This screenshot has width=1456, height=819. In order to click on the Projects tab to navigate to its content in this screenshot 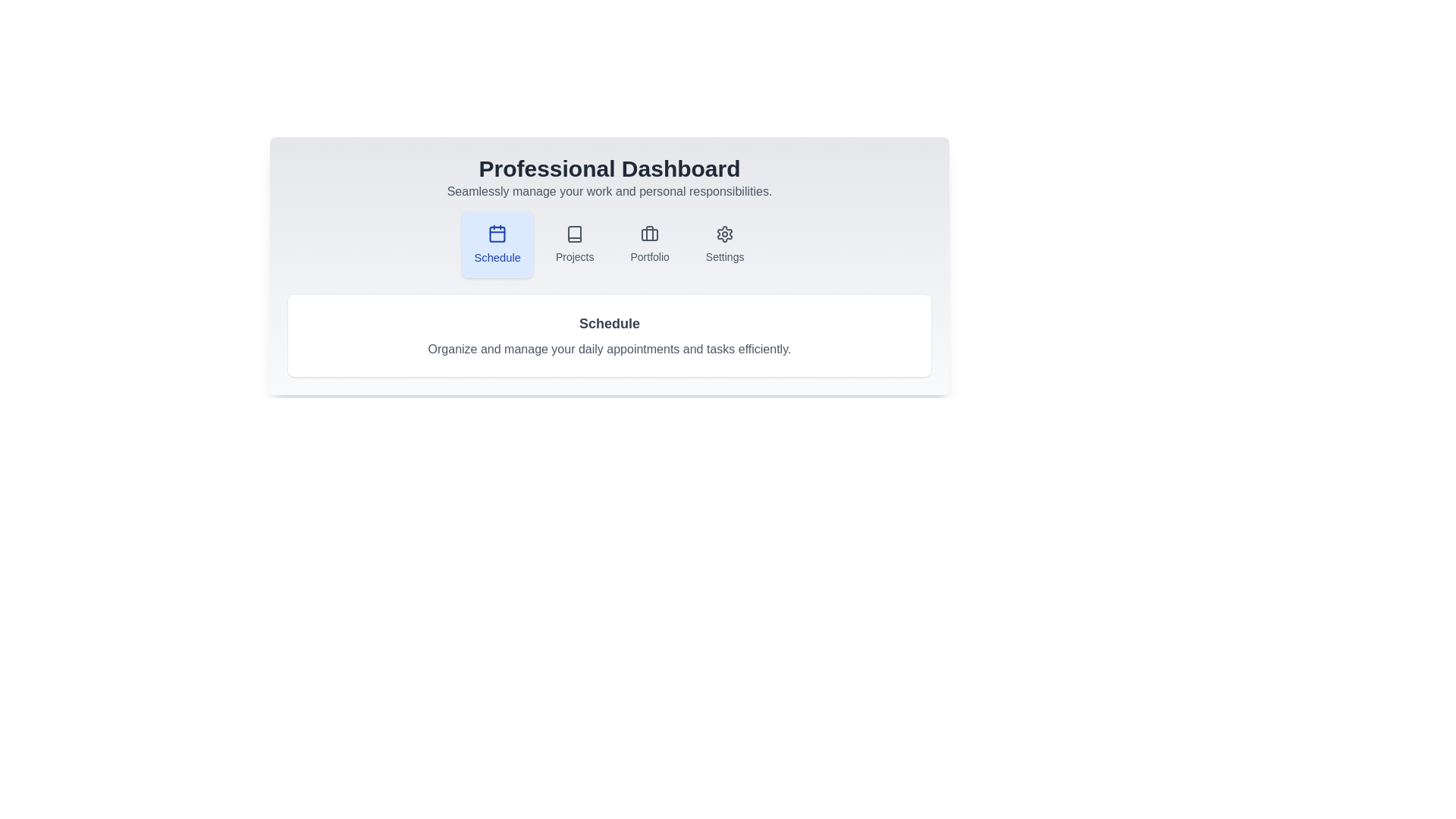, I will do `click(574, 244)`.